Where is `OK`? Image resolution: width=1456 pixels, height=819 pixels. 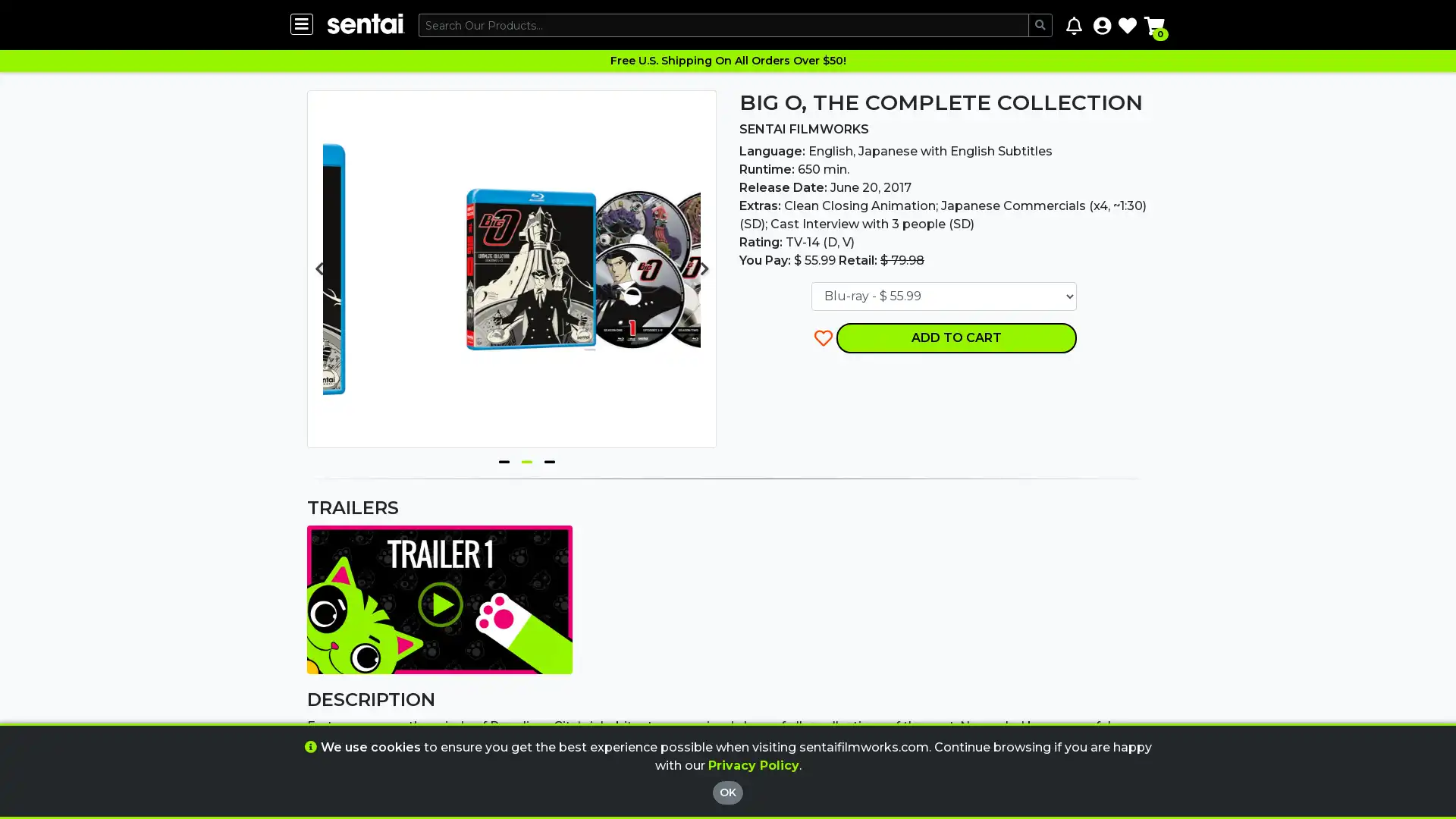 OK is located at coordinates (728, 792).